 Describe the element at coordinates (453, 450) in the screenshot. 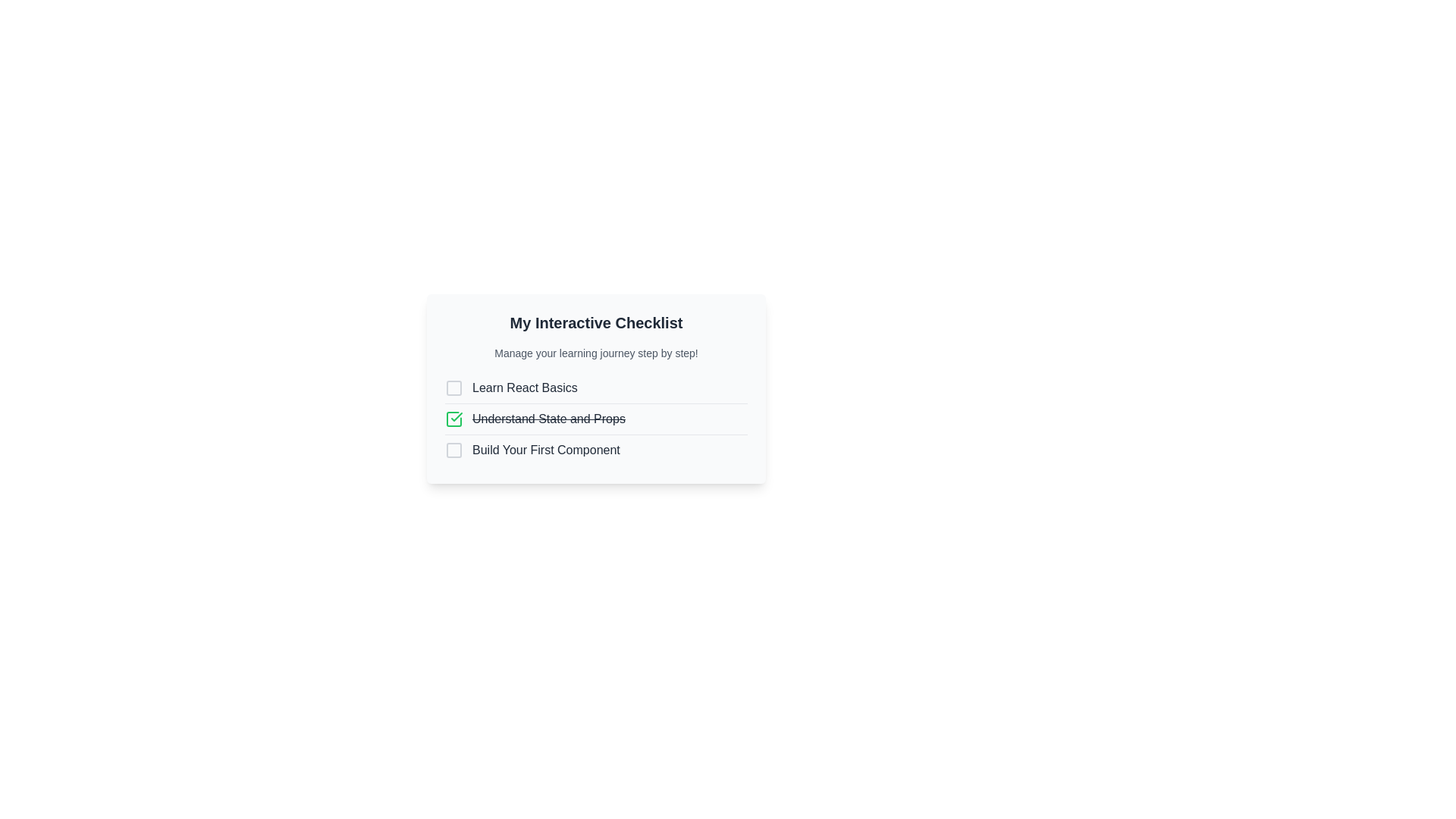

I see `the visual checkbox representing an unchecked item in the checklist titled 'Build Your First Component'` at that location.